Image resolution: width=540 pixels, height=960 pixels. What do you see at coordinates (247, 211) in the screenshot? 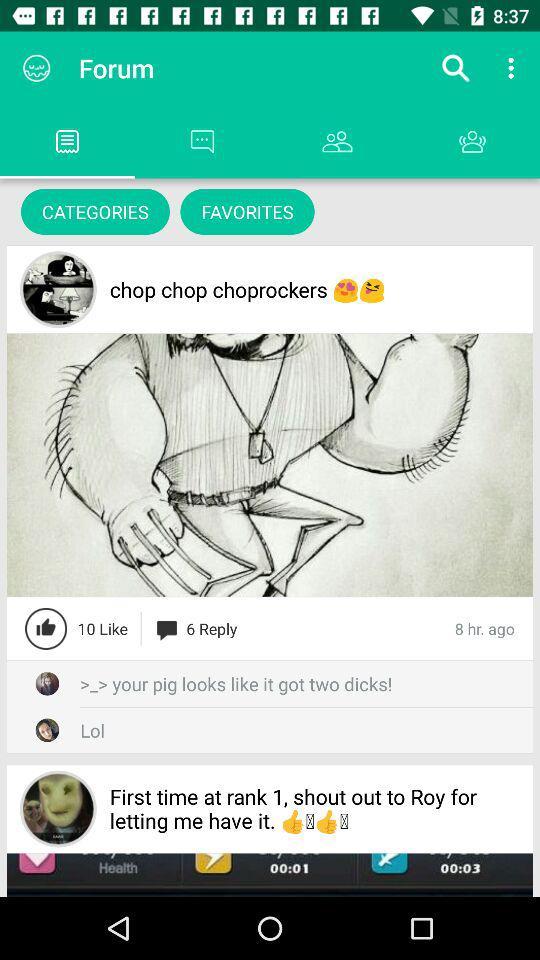
I see `the icon to the right of the categories` at bounding box center [247, 211].